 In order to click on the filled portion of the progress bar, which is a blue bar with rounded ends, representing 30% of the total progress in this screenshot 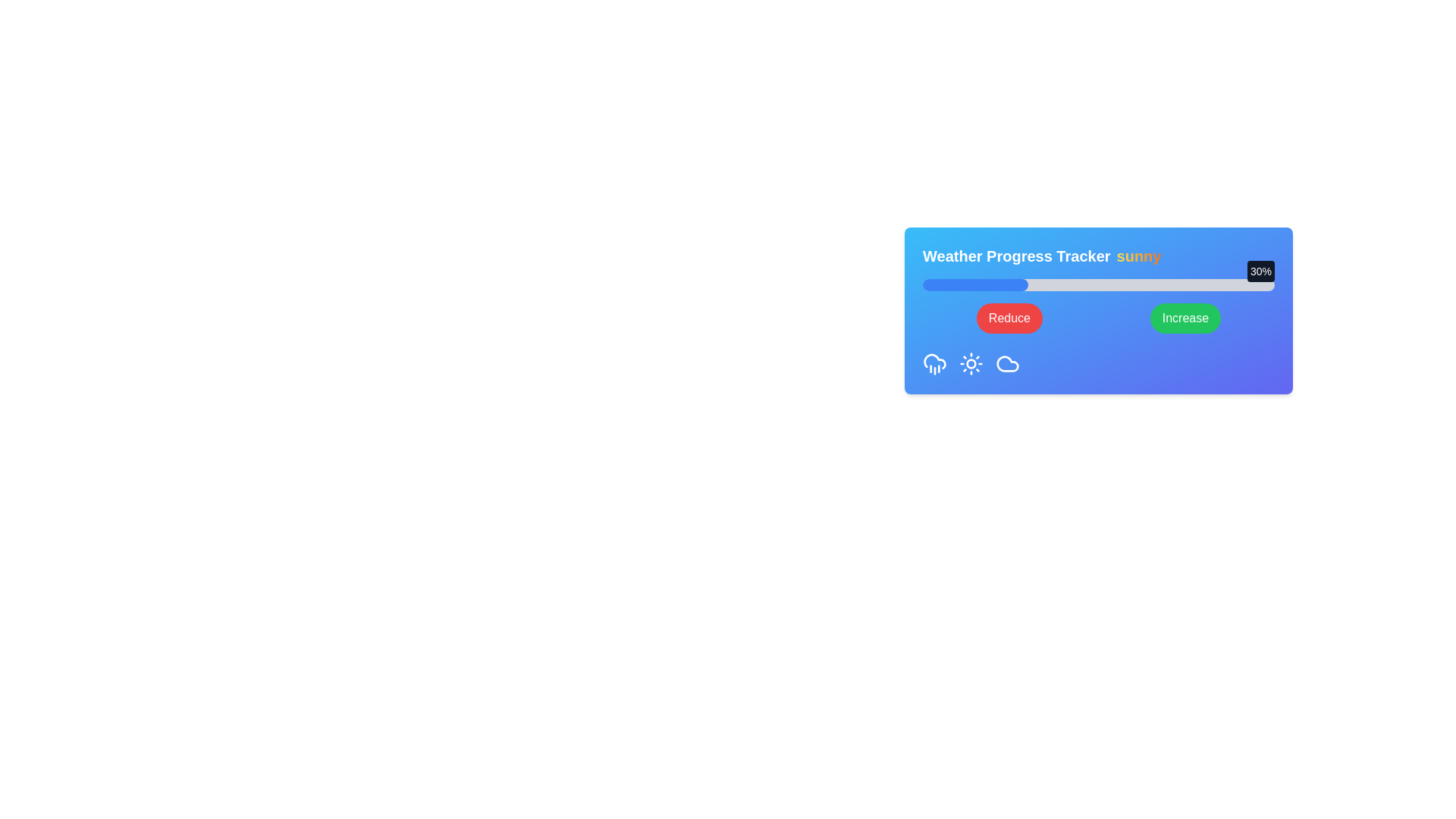, I will do `click(975, 284)`.